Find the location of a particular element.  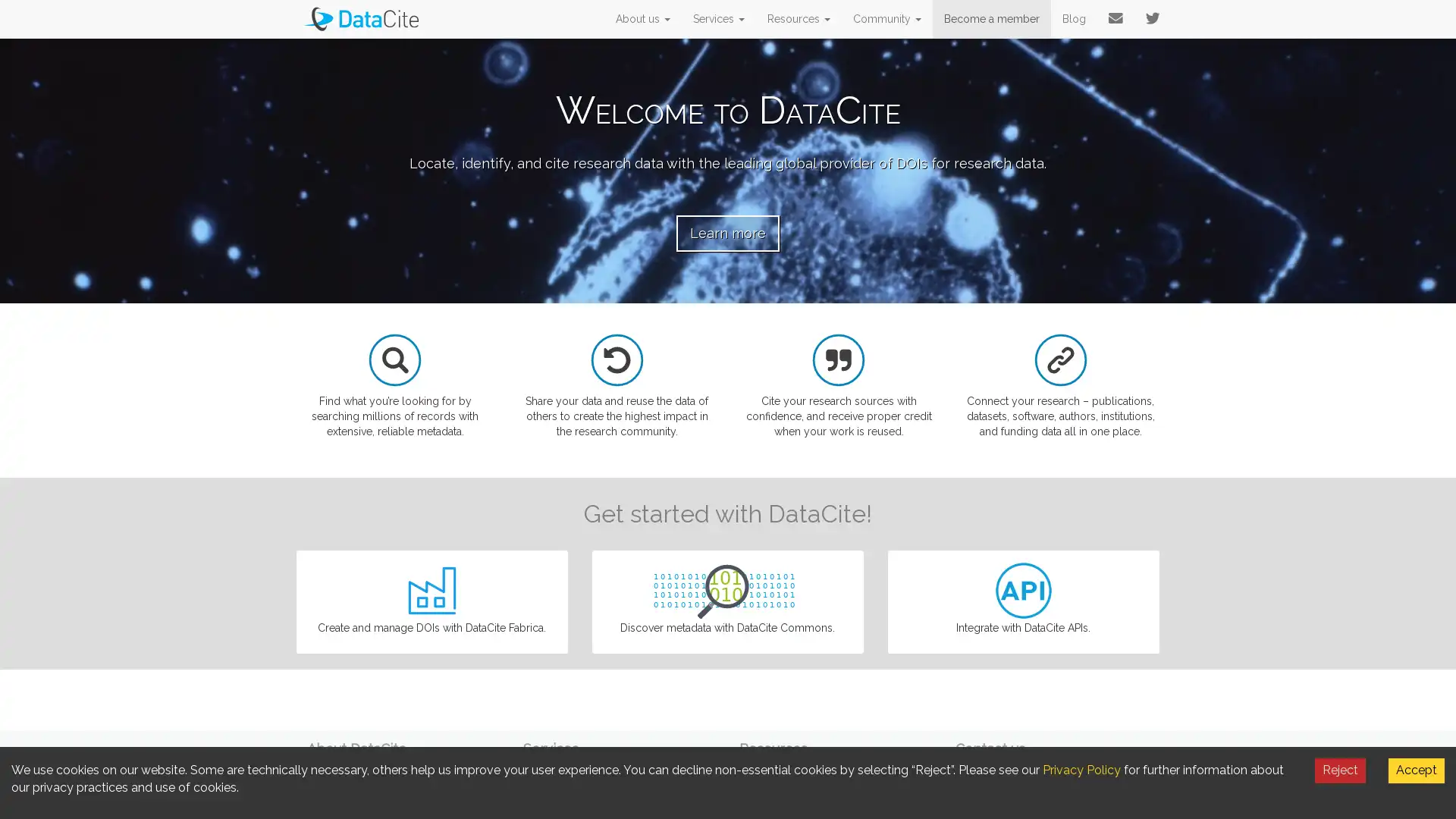

Decline cookies is located at coordinates (1340, 770).